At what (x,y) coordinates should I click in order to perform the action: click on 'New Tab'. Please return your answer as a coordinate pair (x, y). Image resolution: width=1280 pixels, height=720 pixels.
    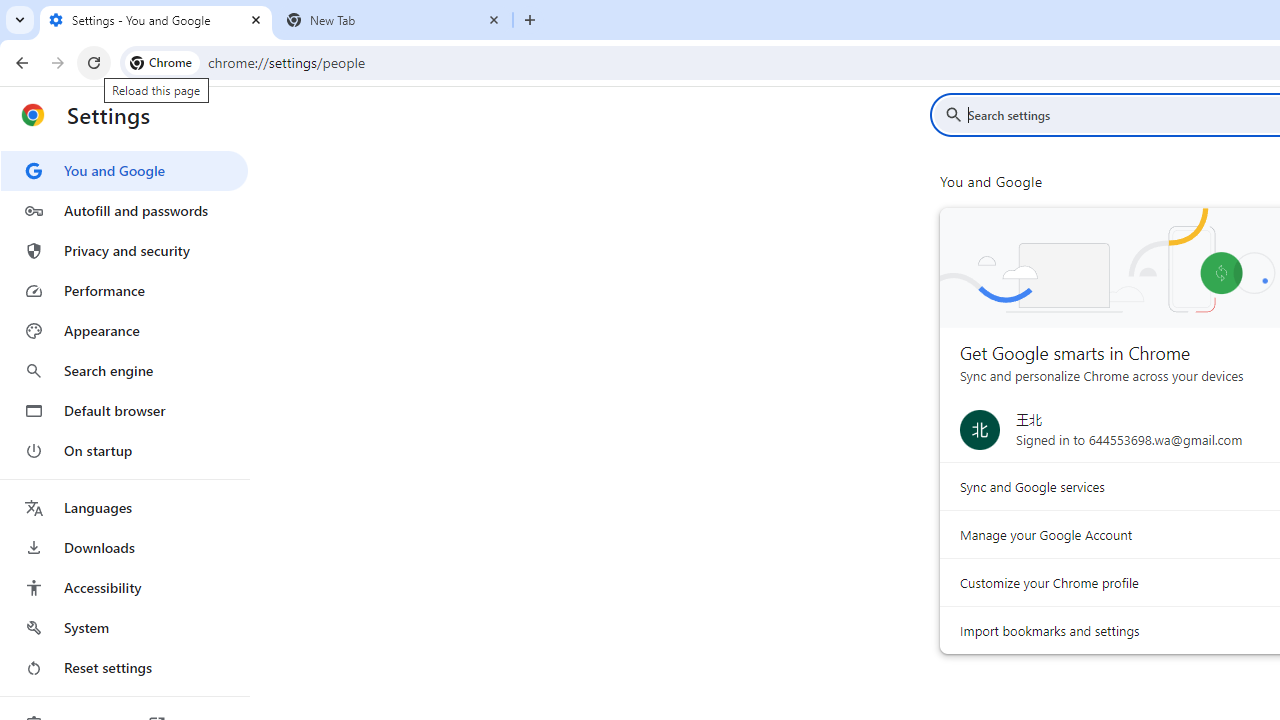
    Looking at the image, I should click on (394, 20).